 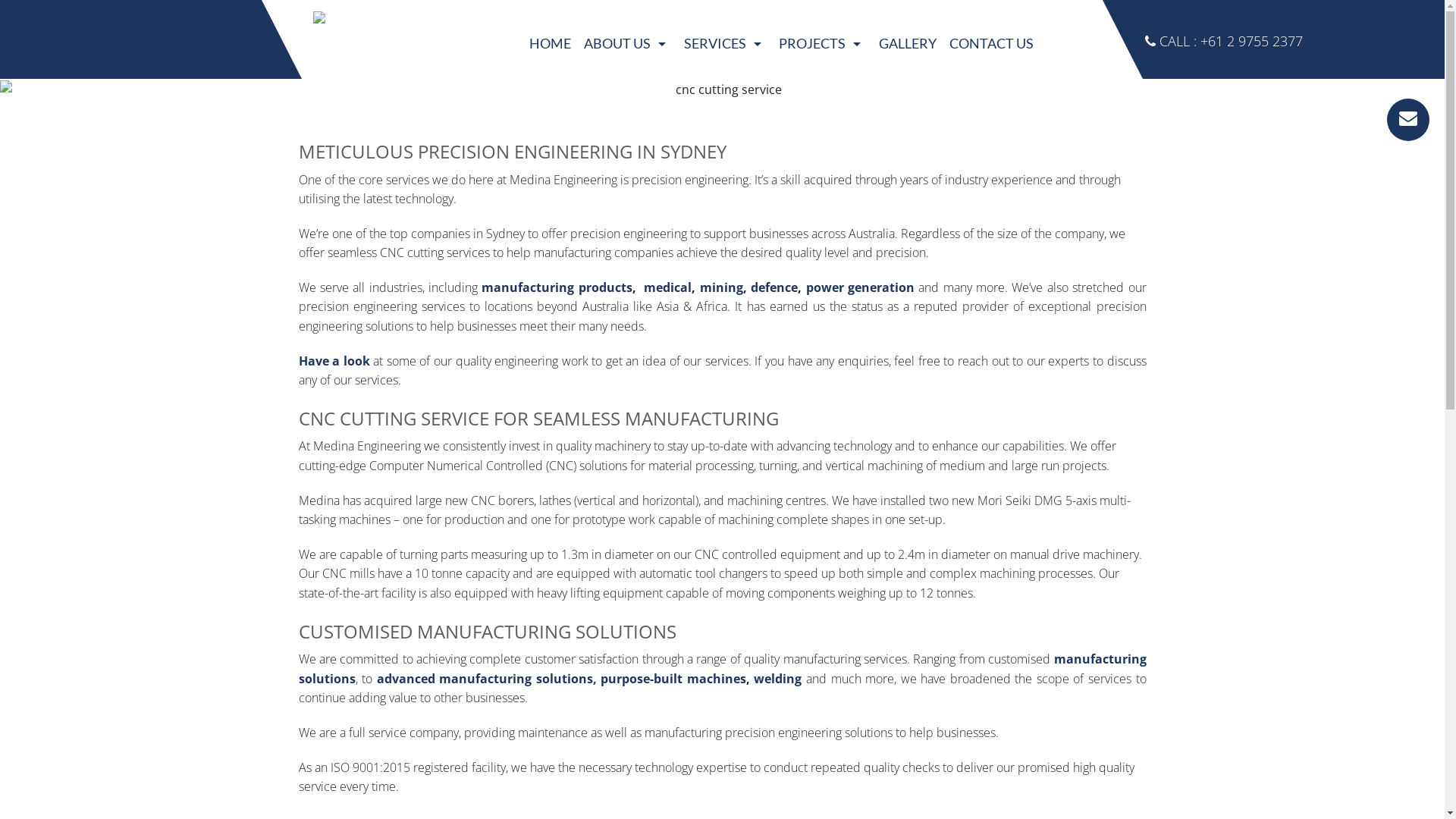 What do you see at coordinates (777, 677) in the screenshot?
I see `'welding'` at bounding box center [777, 677].